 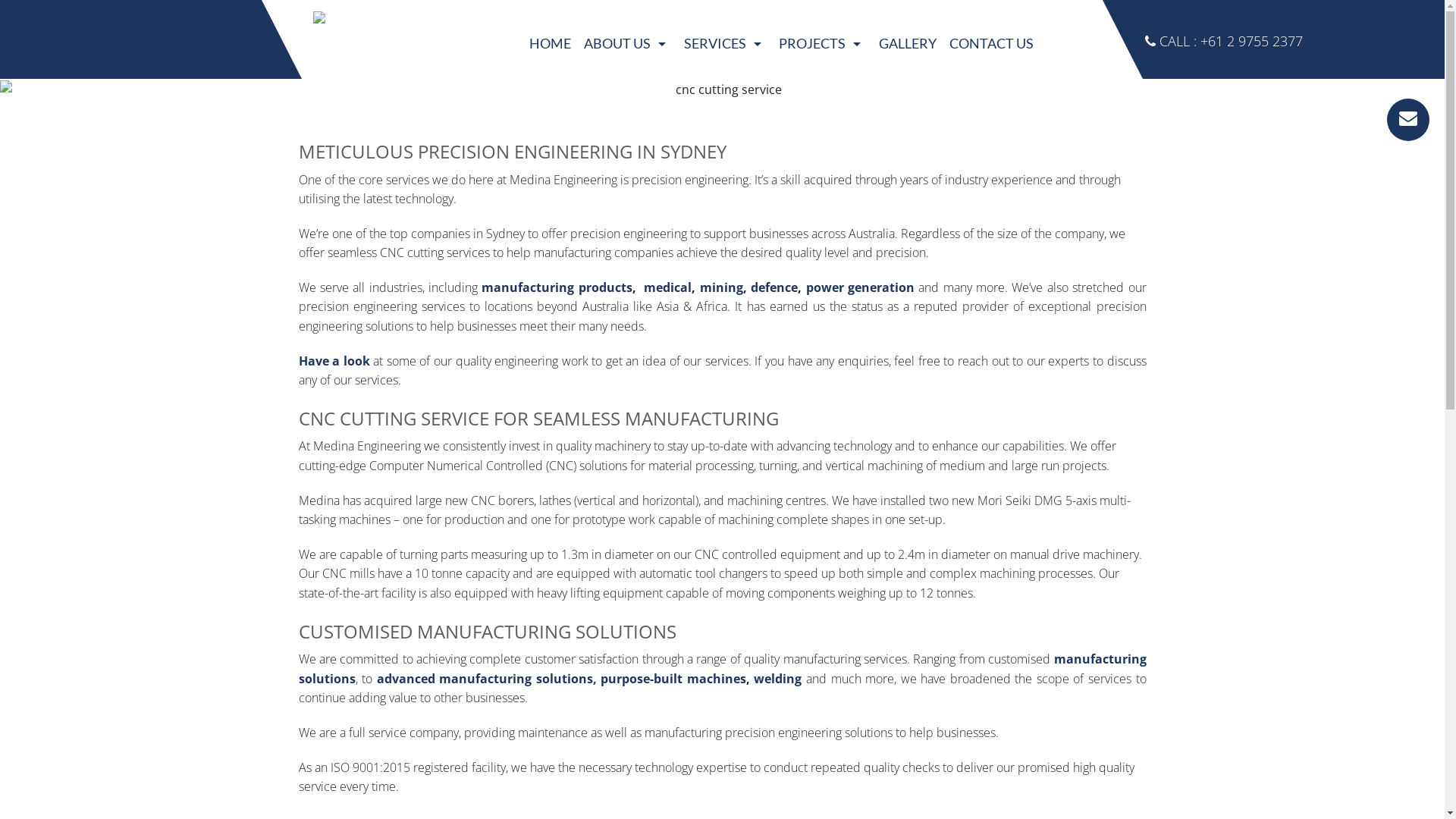 What do you see at coordinates (777, 677) in the screenshot?
I see `'welding'` at bounding box center [777, 677].